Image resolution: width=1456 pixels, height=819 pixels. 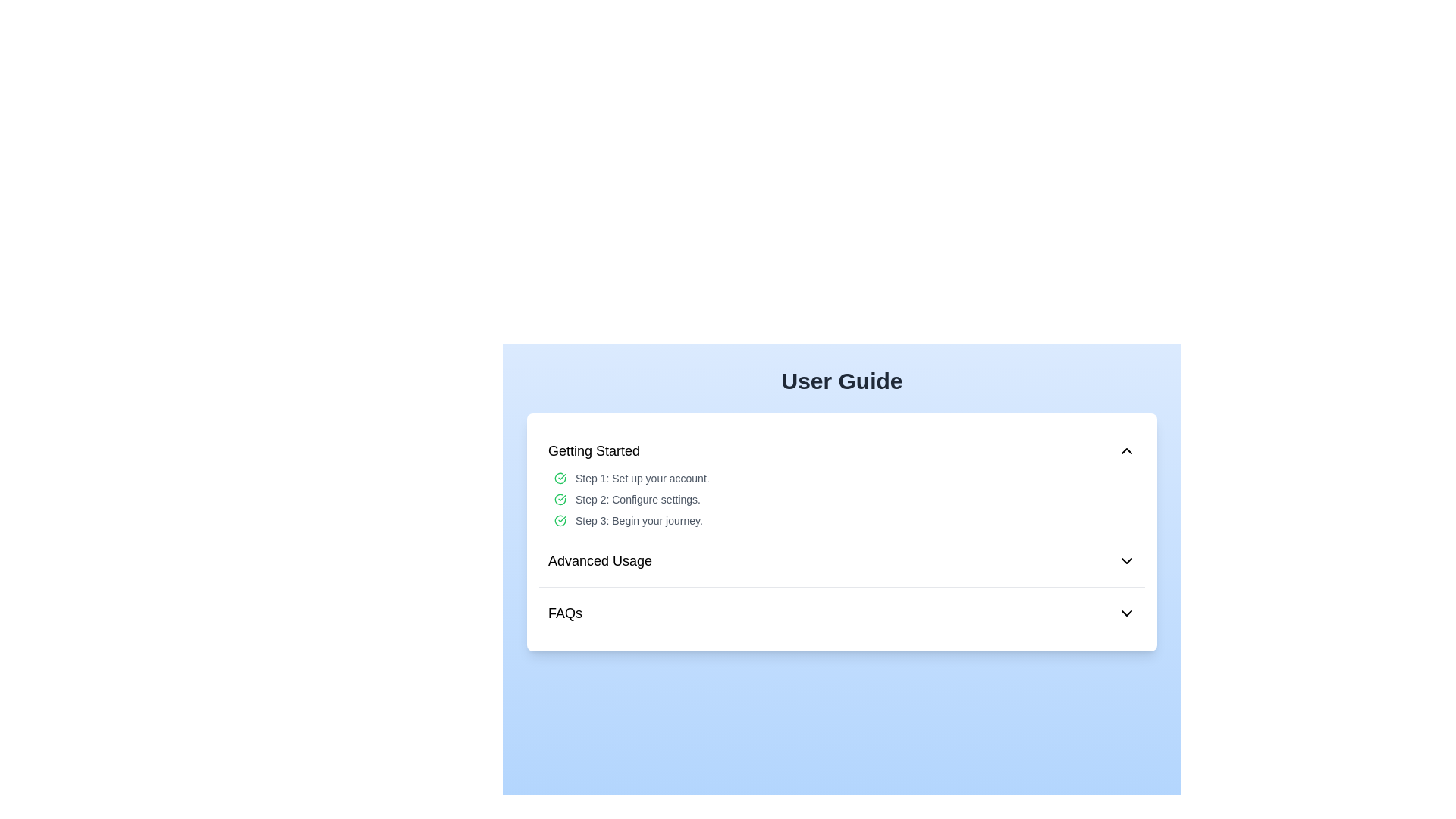 What do you see at coordinates (560, 500) in the screenshot?
I see `the checkmark icon indicating that 'Step 2: Configure settings.' has been completed in the 'Getting Started' section under the 'User Guide' header` at bounding box center [560, 500].